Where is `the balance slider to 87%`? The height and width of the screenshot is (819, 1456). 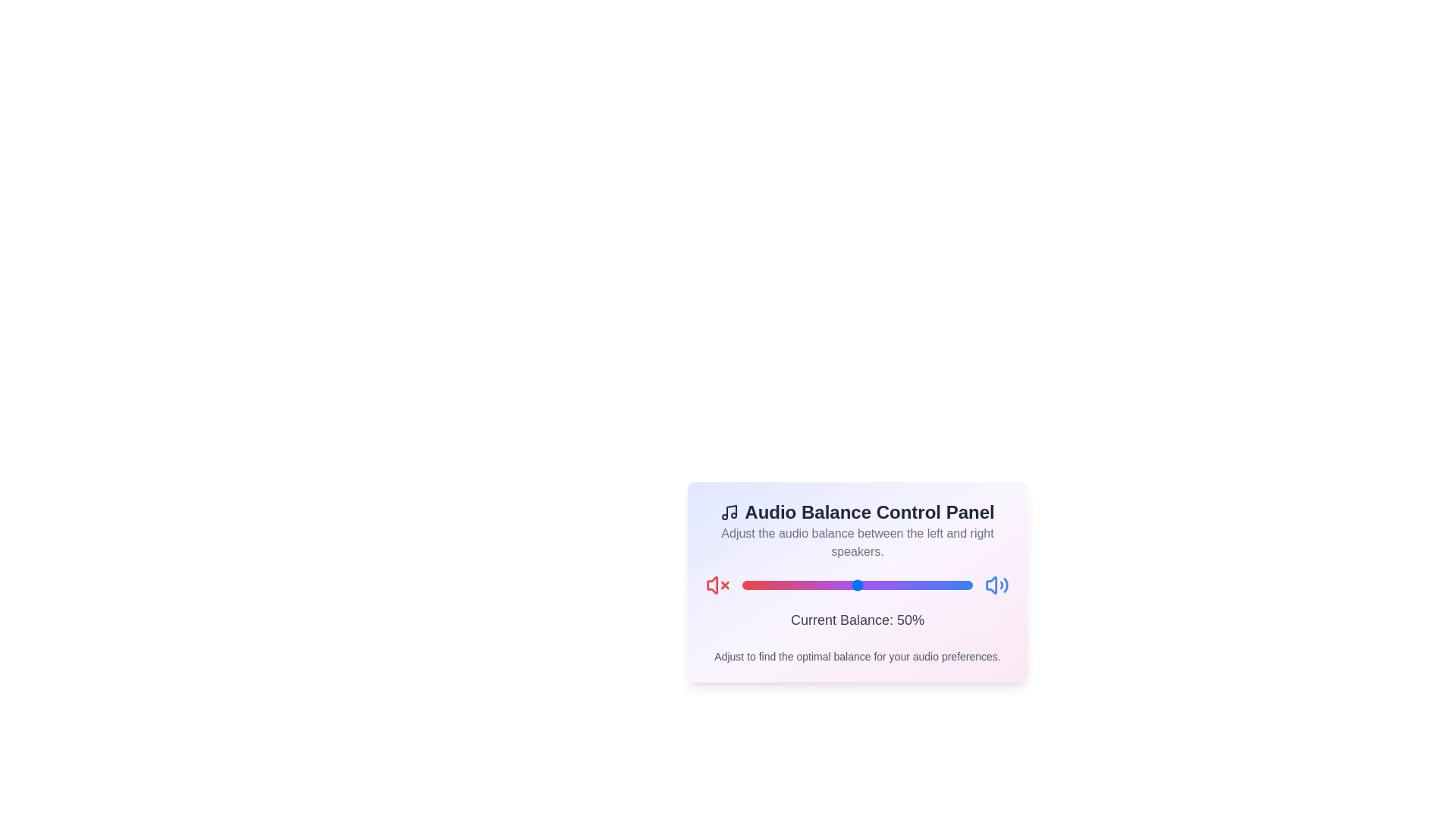
the balance slider to 87% is located at coordinates (942, 584).